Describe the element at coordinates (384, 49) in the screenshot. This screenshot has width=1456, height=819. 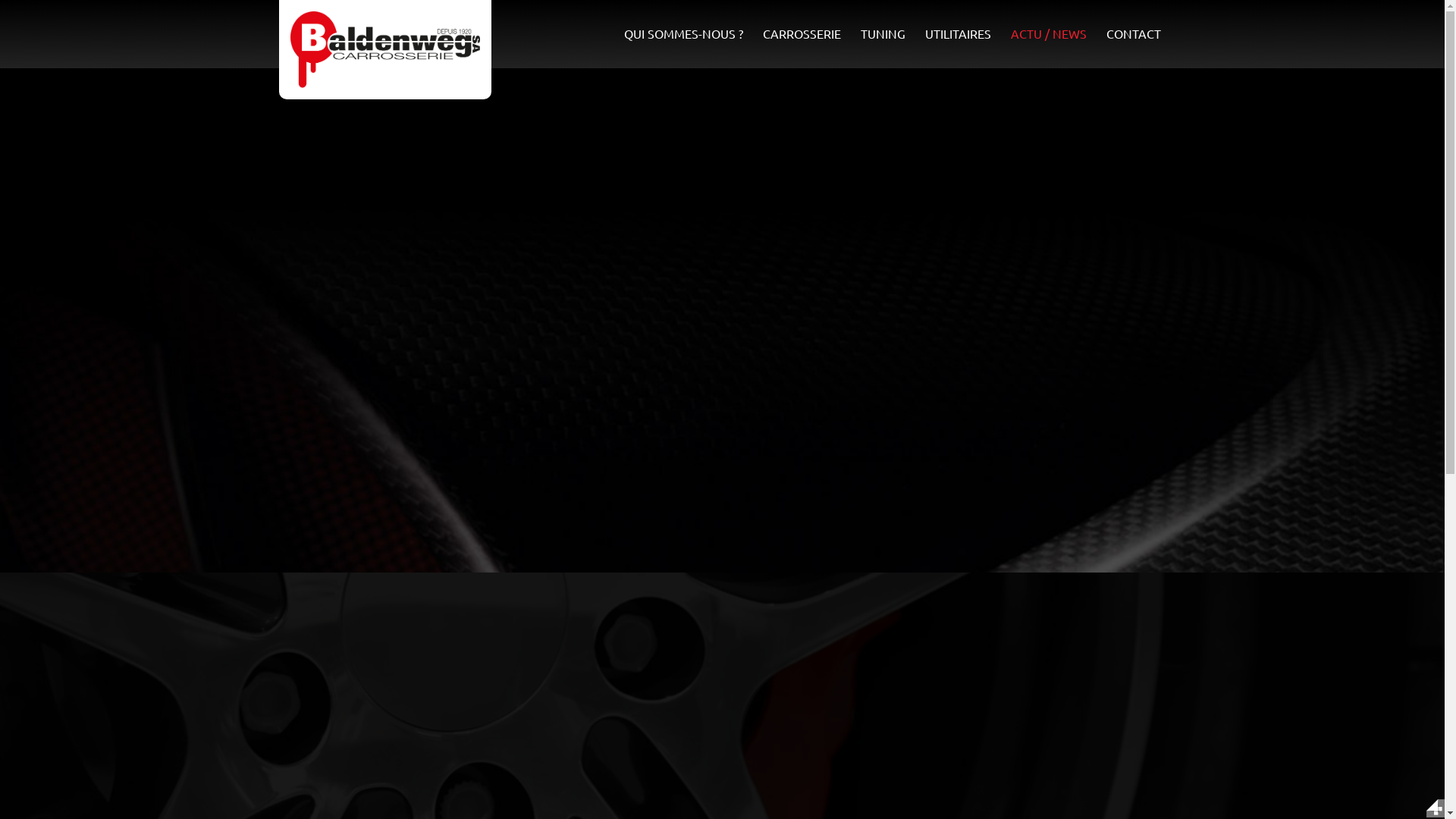
I see `'Actu / News - mai 2016'` at that location.